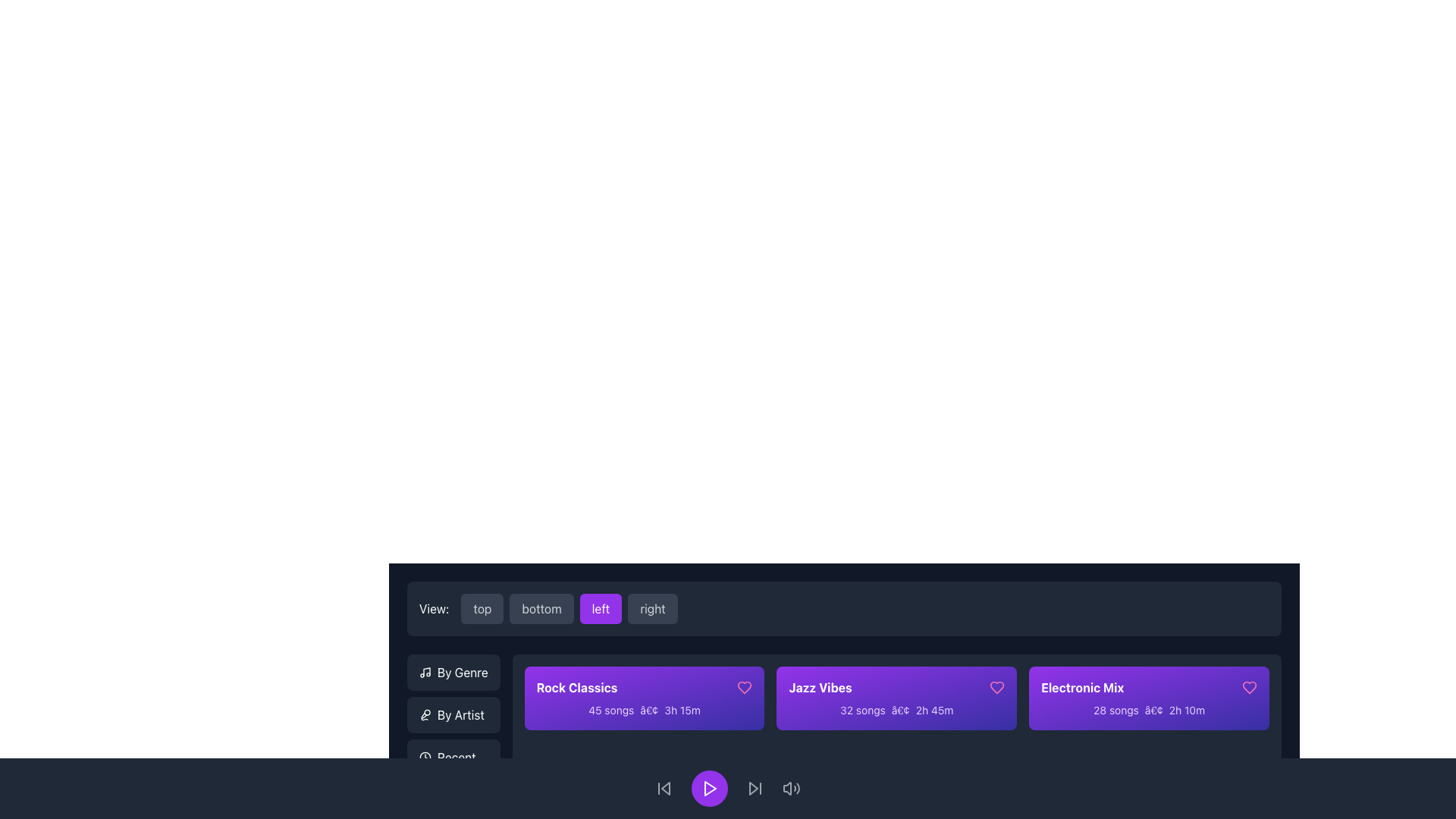 Image resolution: width=1456 pixels, height=819 pixels. I want to click on the heart button located in the top-right corner of the 'Rock Classics' card, so click(745, 687).